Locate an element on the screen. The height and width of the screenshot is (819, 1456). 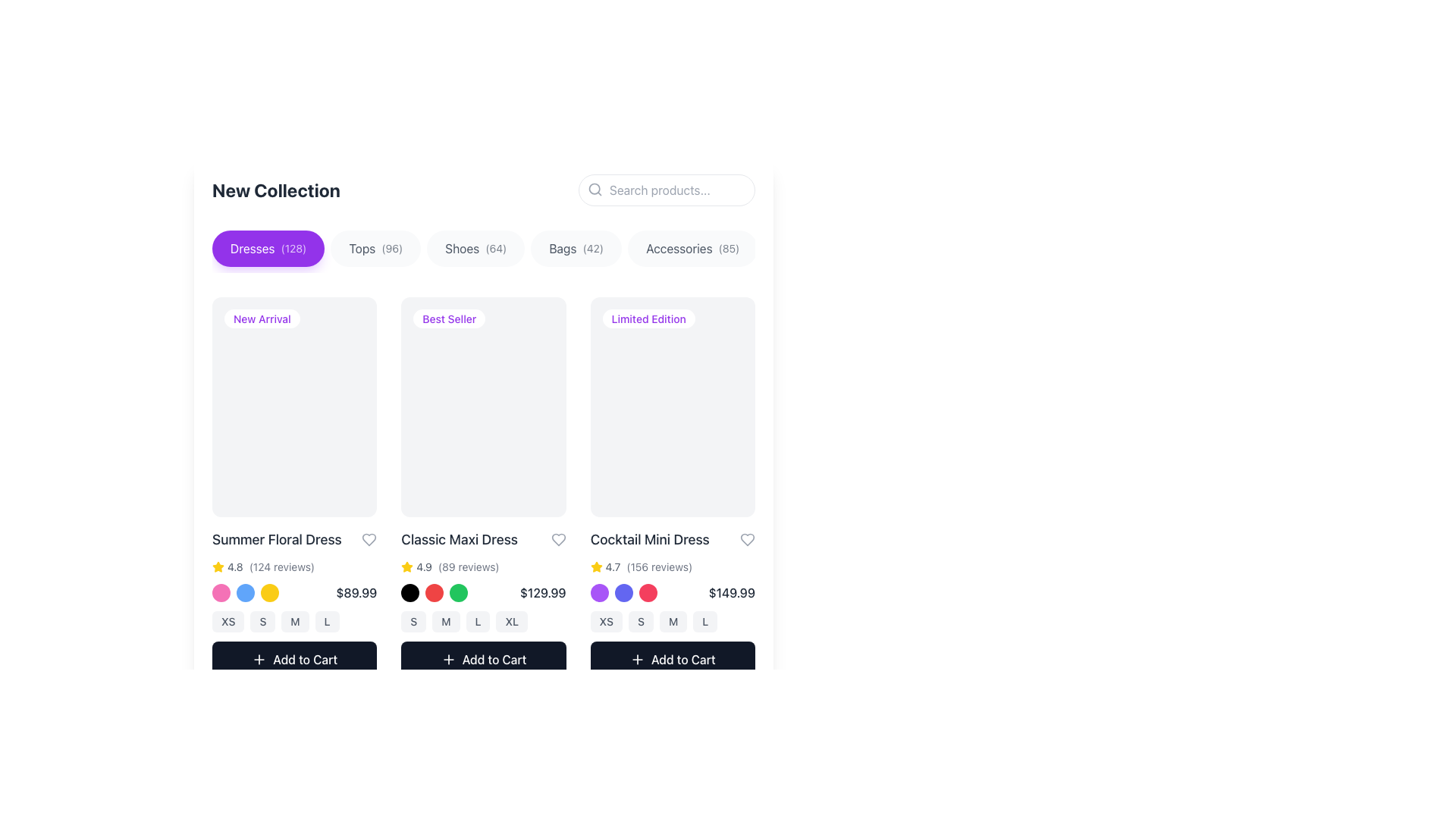
the 'Best Seller' badge located in the top-left corner of the second product card for the 'Classic Maxi Dress' is located at coordinates (448, 318).